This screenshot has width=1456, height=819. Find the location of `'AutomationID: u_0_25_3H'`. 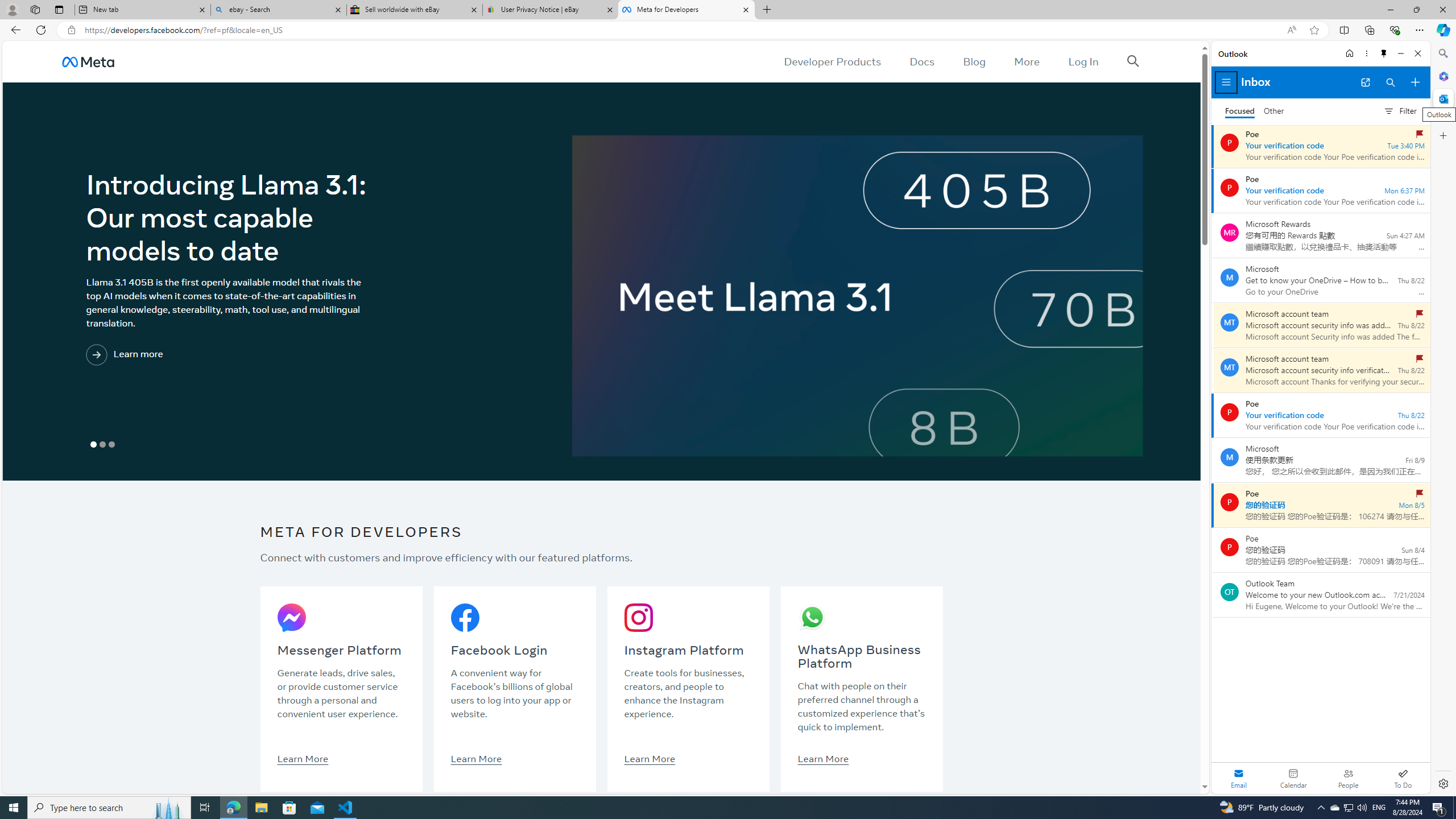

'AutomationID: u_0_25_3H' is located at coordinates (88, 61).